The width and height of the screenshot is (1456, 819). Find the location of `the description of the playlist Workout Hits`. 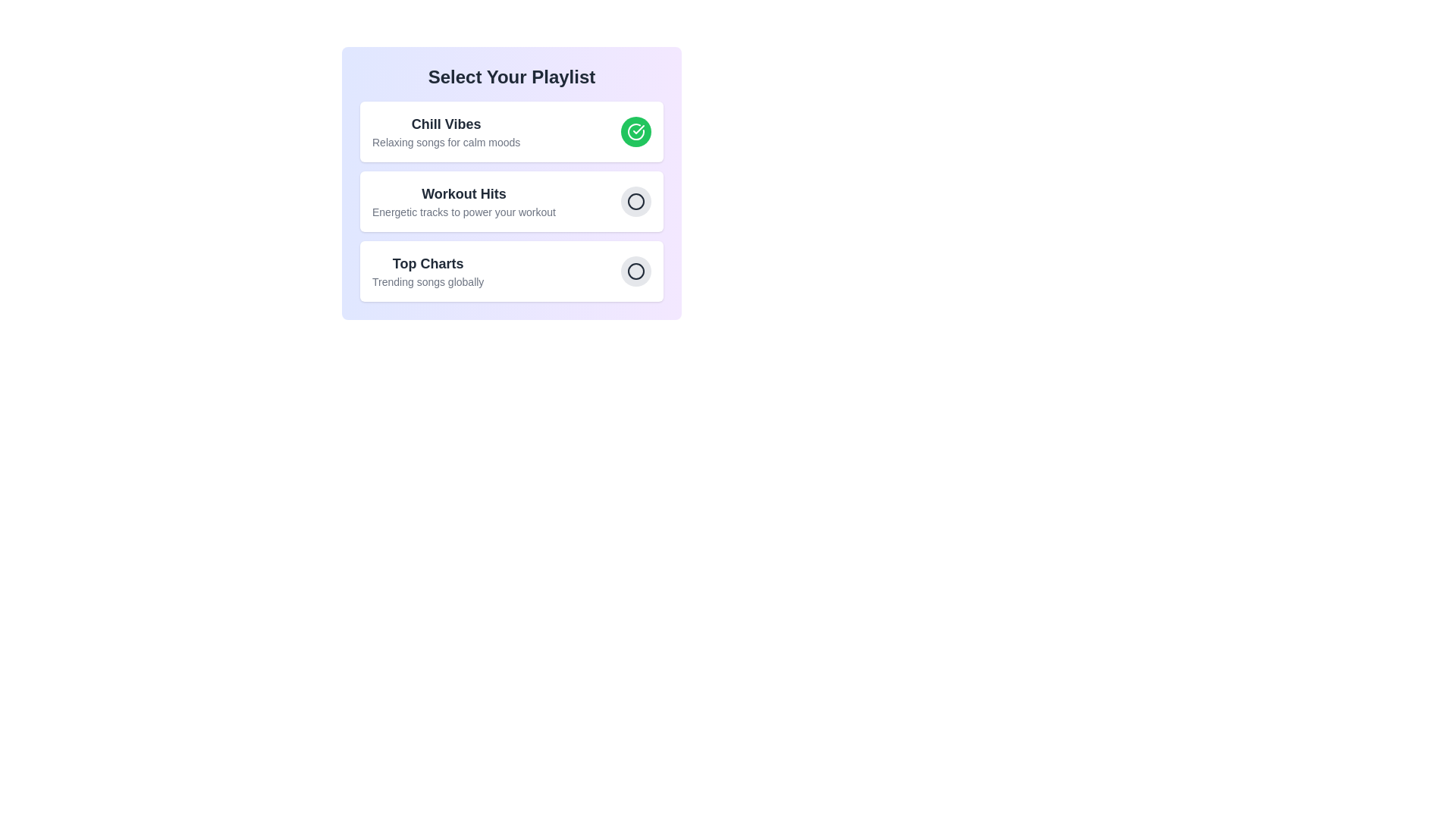

the description of the playlist Workout Hits is located at coordinates (463, 212).